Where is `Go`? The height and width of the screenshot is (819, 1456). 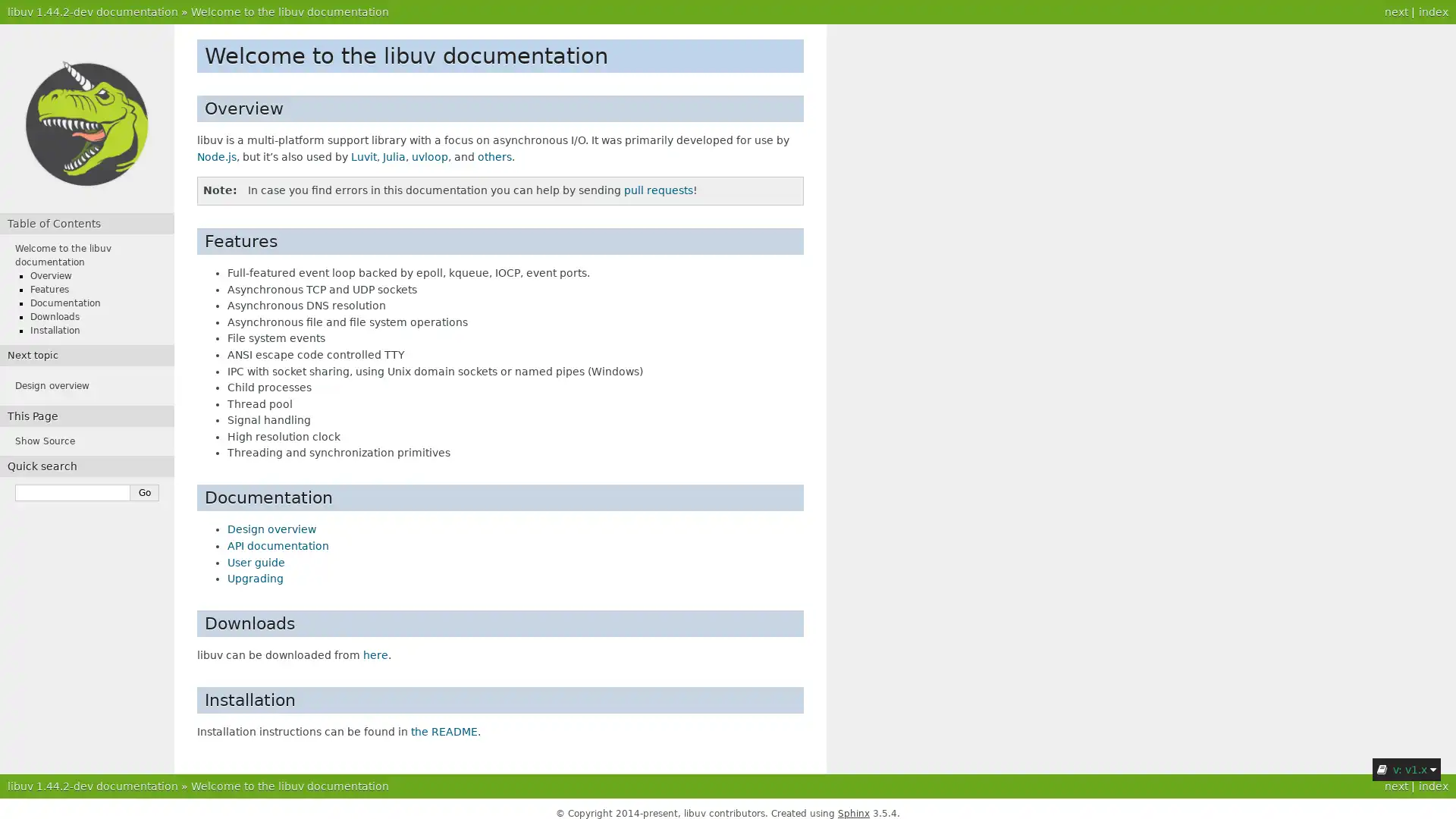
Go is located at coordinates (145, 493).